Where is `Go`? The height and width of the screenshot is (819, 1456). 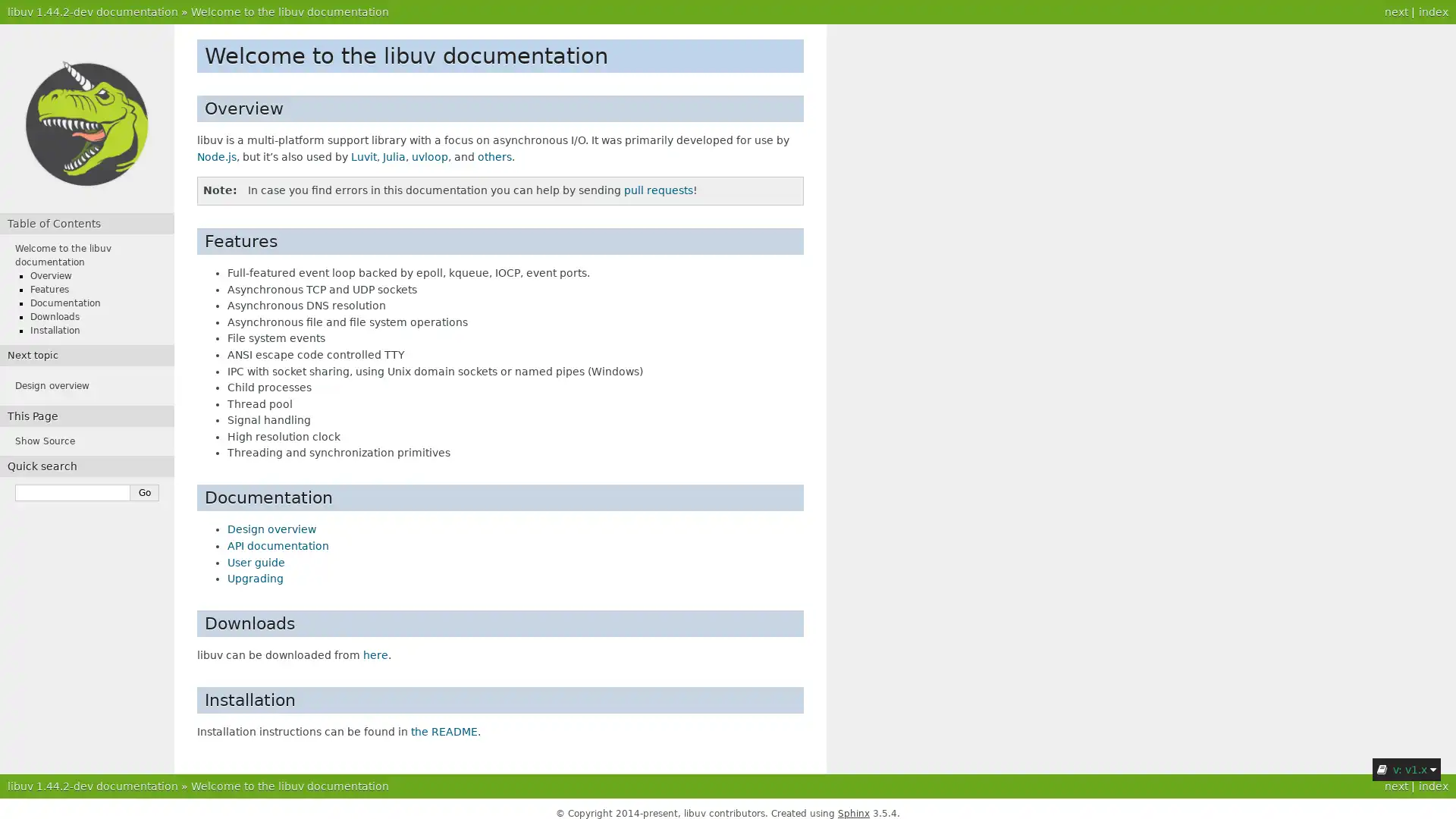
Go is located at coordinates (145, 493).